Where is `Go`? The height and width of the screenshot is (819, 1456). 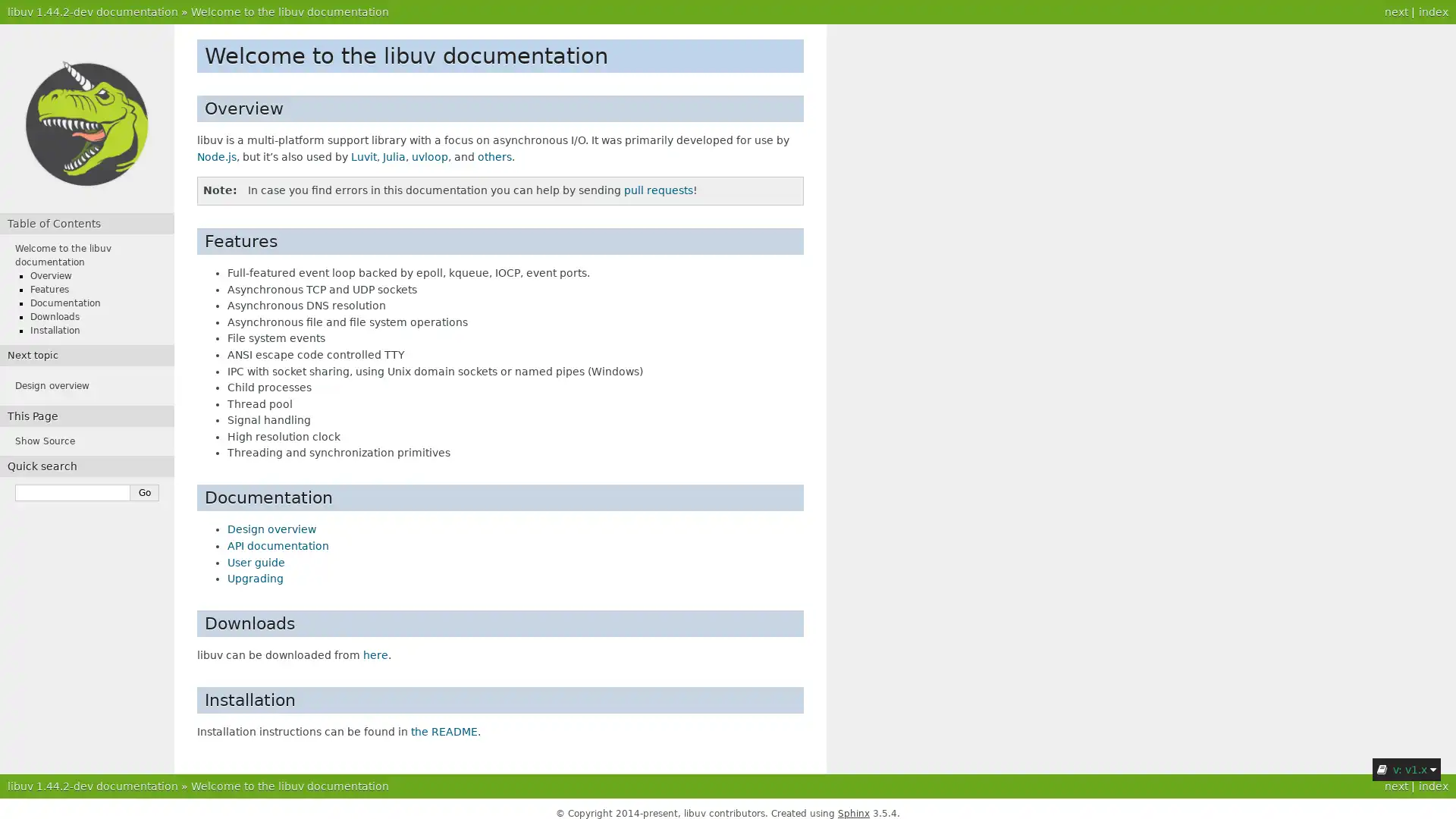
Go is located at coordinates (145, 493).